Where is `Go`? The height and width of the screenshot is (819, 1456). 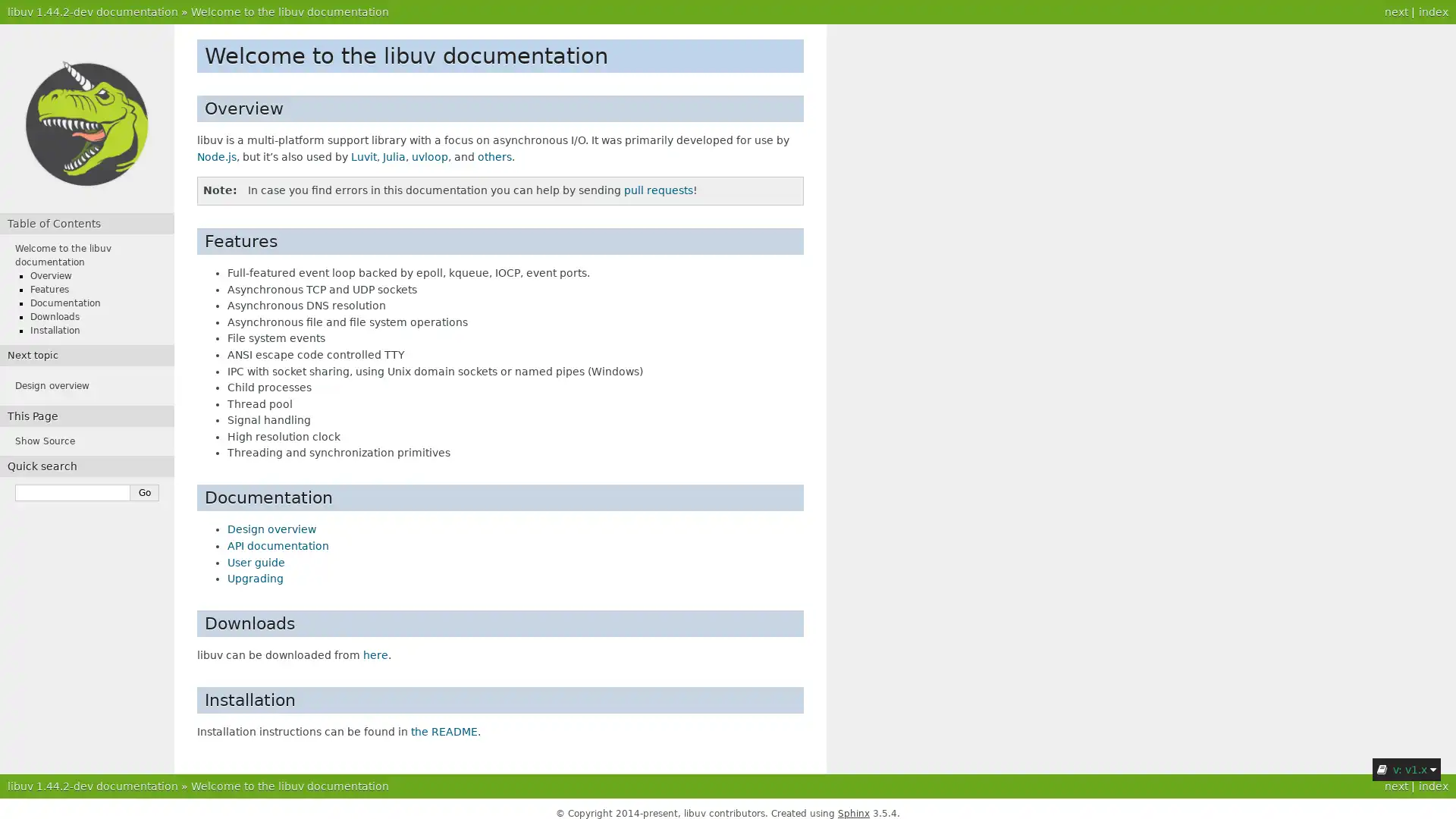
Go is located at coordinates (145, 493).